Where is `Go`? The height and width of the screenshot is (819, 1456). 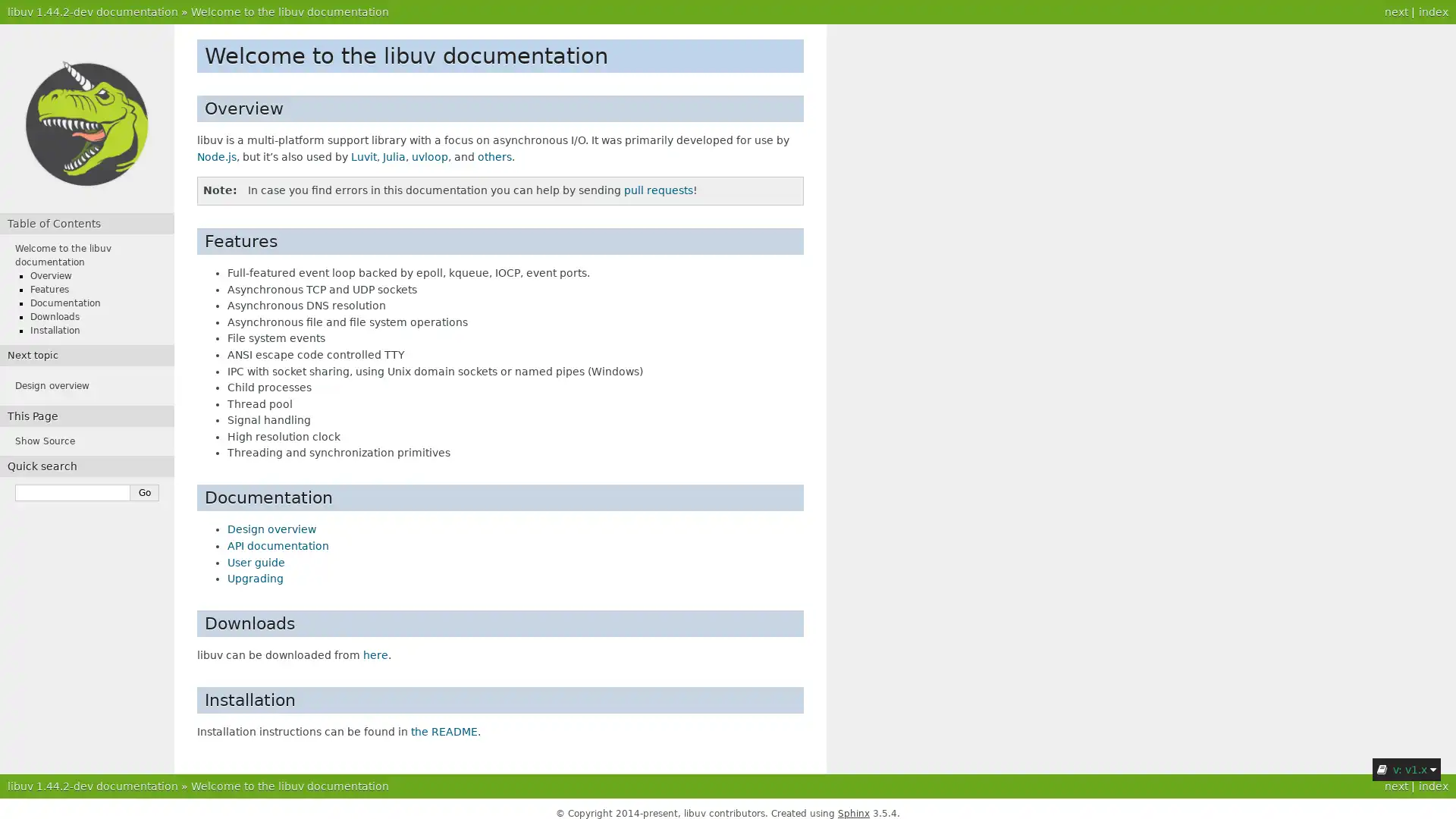
Go is located at coordinates (145, 493).